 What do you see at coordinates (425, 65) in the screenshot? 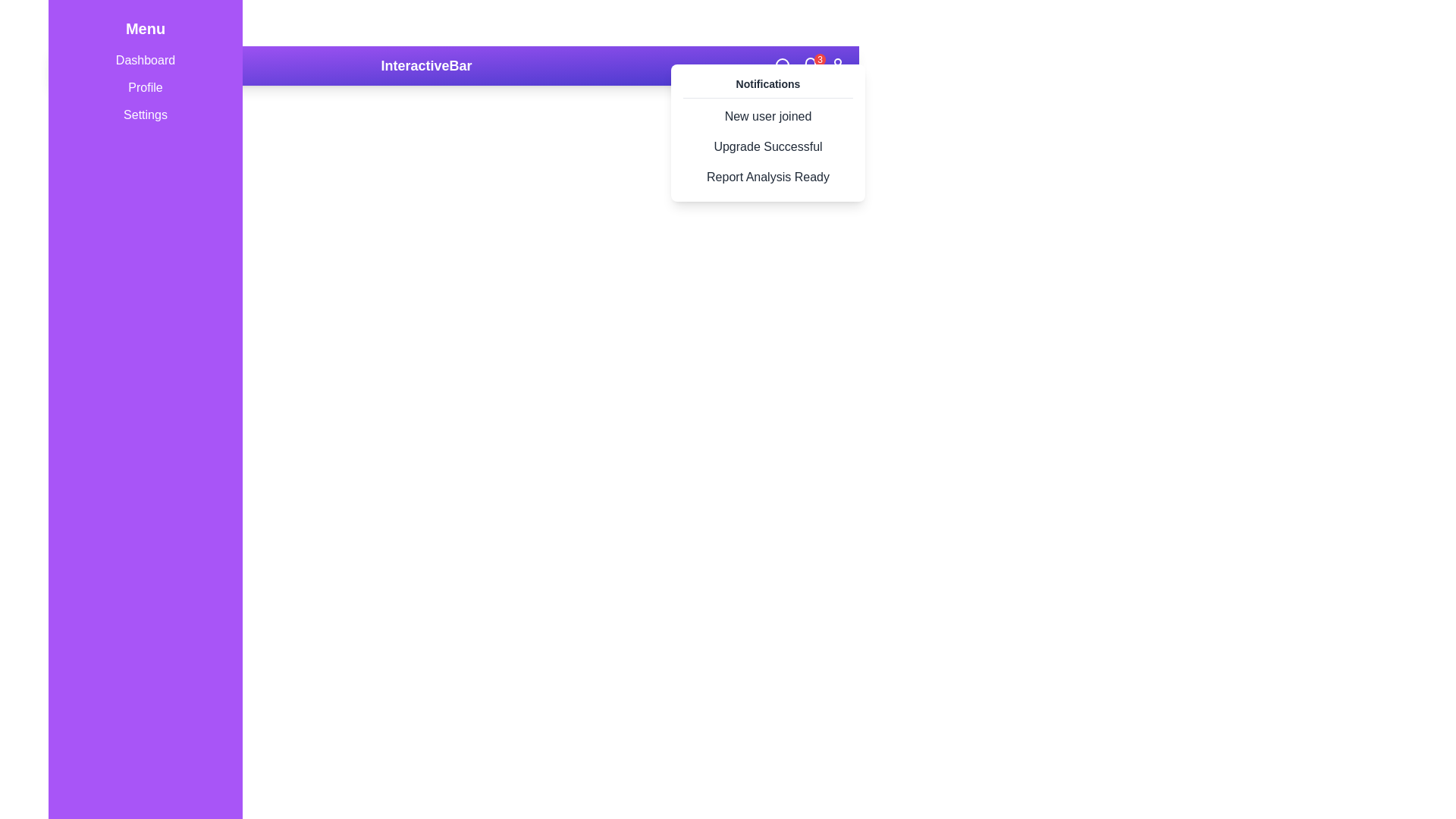
I see `the text label 'InteractiveBar' which is styled in bold font and located centrally within the purple header bar` at bounding box center [425, 65].